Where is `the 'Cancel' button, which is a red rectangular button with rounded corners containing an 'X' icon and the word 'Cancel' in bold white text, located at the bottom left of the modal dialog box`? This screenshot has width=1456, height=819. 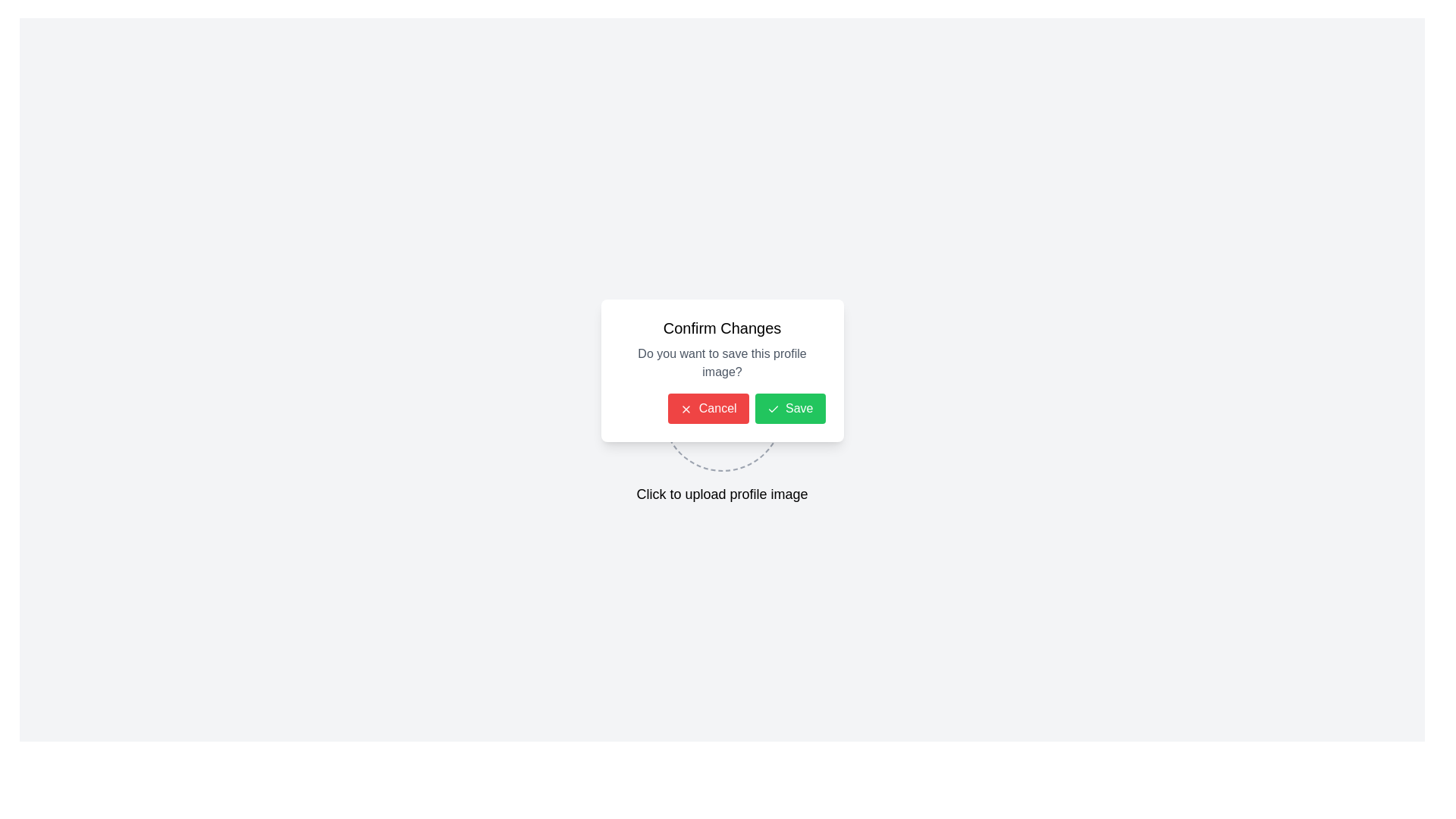
the 'Cancel' button, which is a red rectangular button with rounded corners containing an 'X' icon and the word 'Cancel' in bold white text, located at the bottom left of the modal dialog box is located at coordinates (708, 408).